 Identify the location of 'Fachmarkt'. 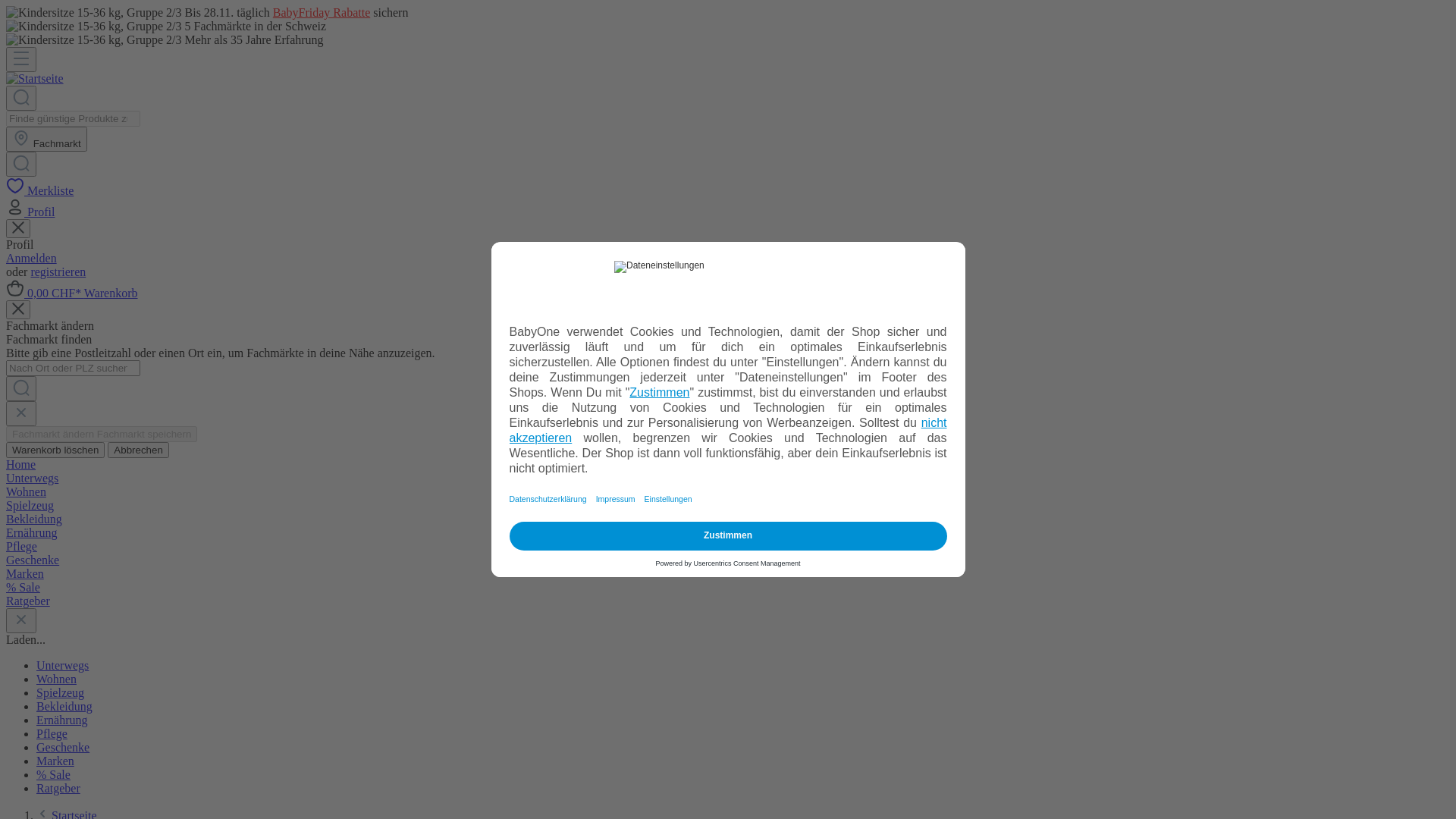
(46, 139).